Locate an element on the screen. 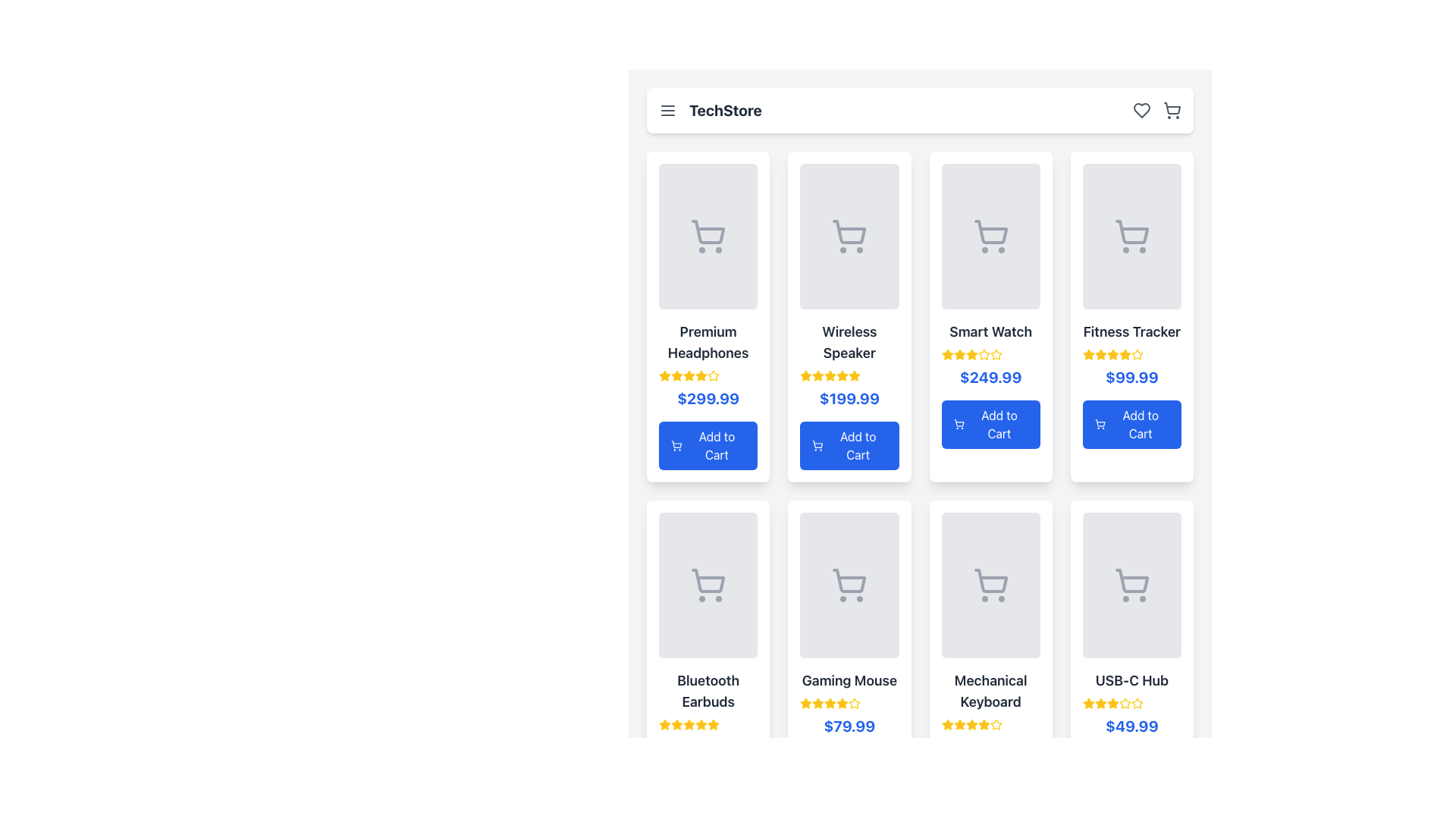  the fourth star icon in the rating system for the 'Smart Watch' product to assign a rating is located at coordinates (983, 353).